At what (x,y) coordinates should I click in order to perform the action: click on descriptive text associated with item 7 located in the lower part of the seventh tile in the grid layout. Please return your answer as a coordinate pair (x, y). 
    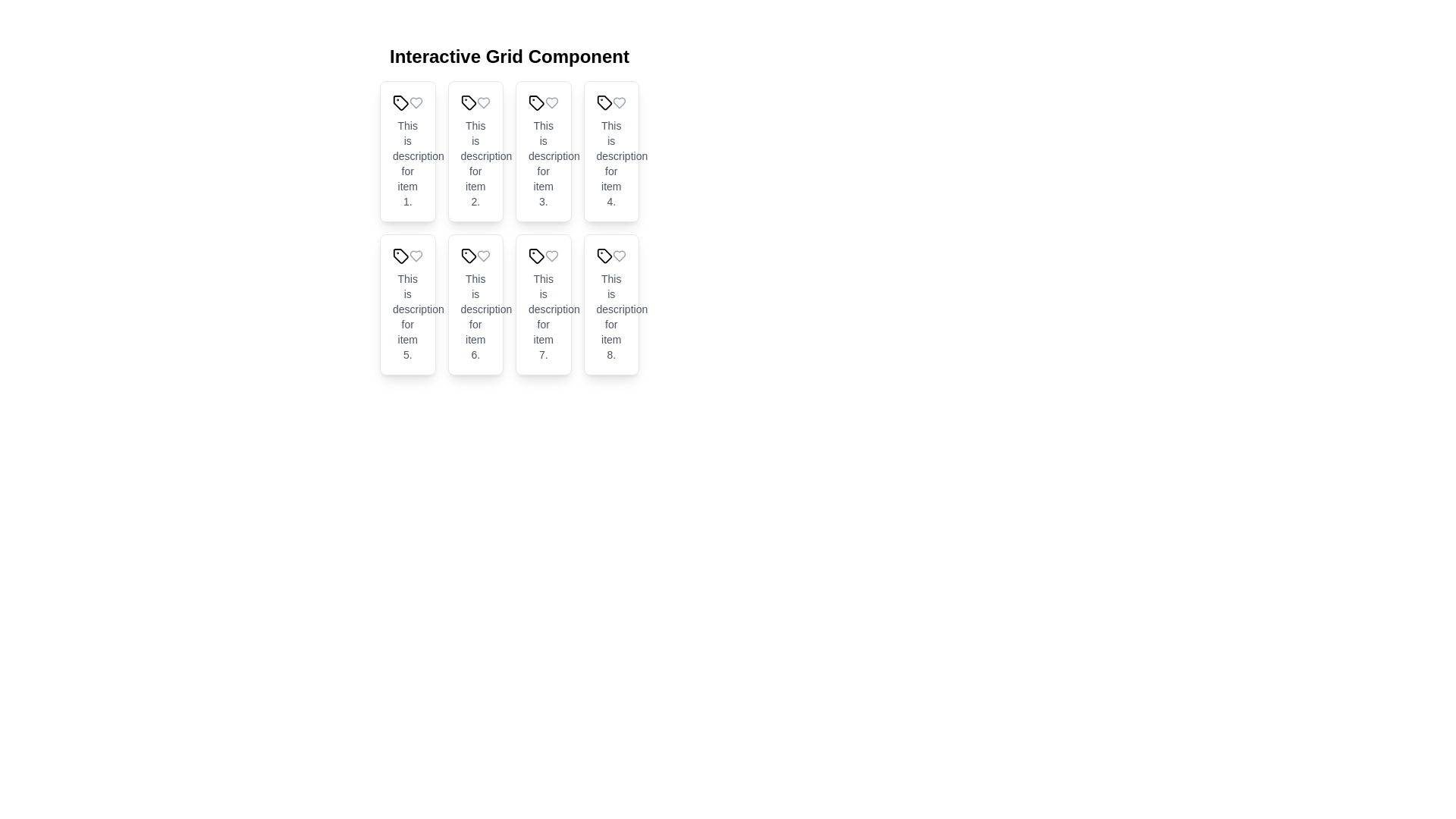
    Looking at the image, I should click on (543, 315).